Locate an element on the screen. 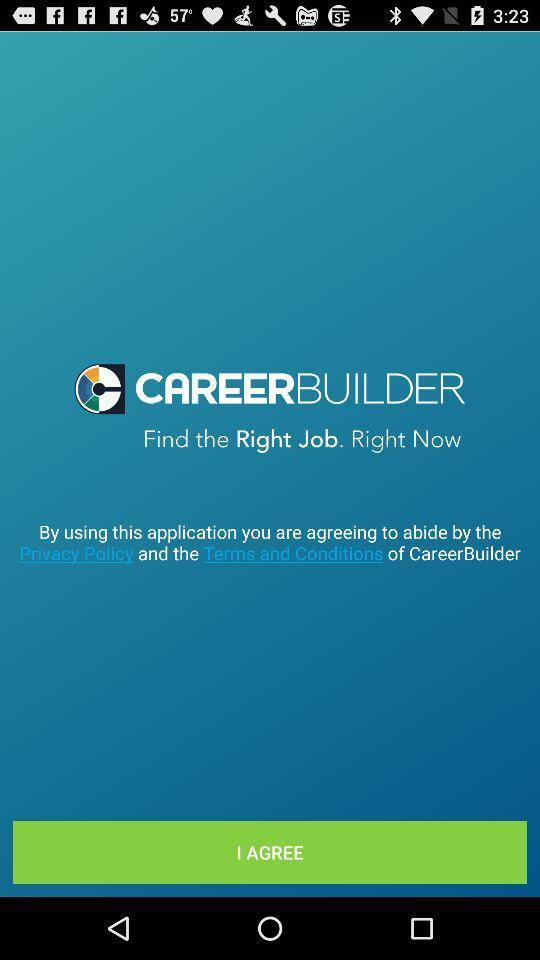  by using this item is located at coordinates (270, 542).